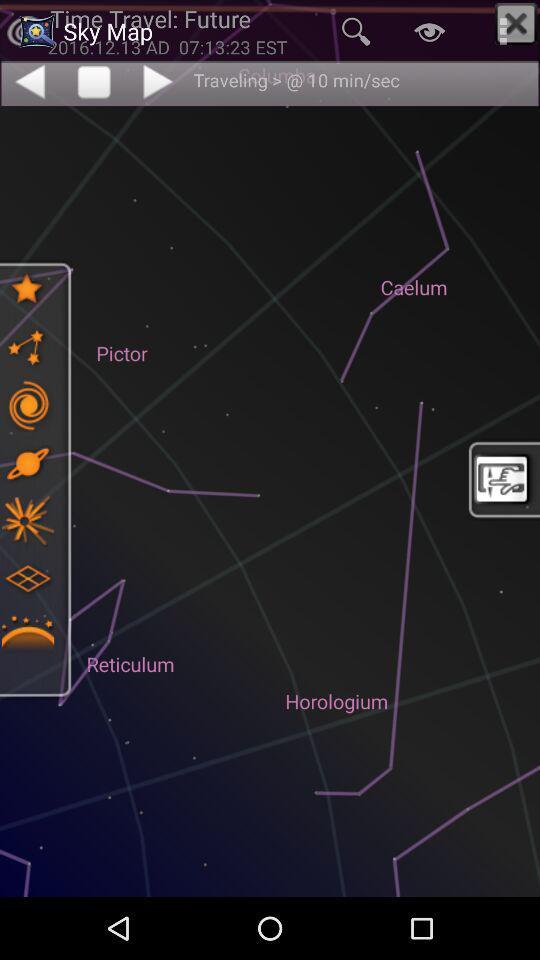  I want to click on the play icon, so click(159, 81).